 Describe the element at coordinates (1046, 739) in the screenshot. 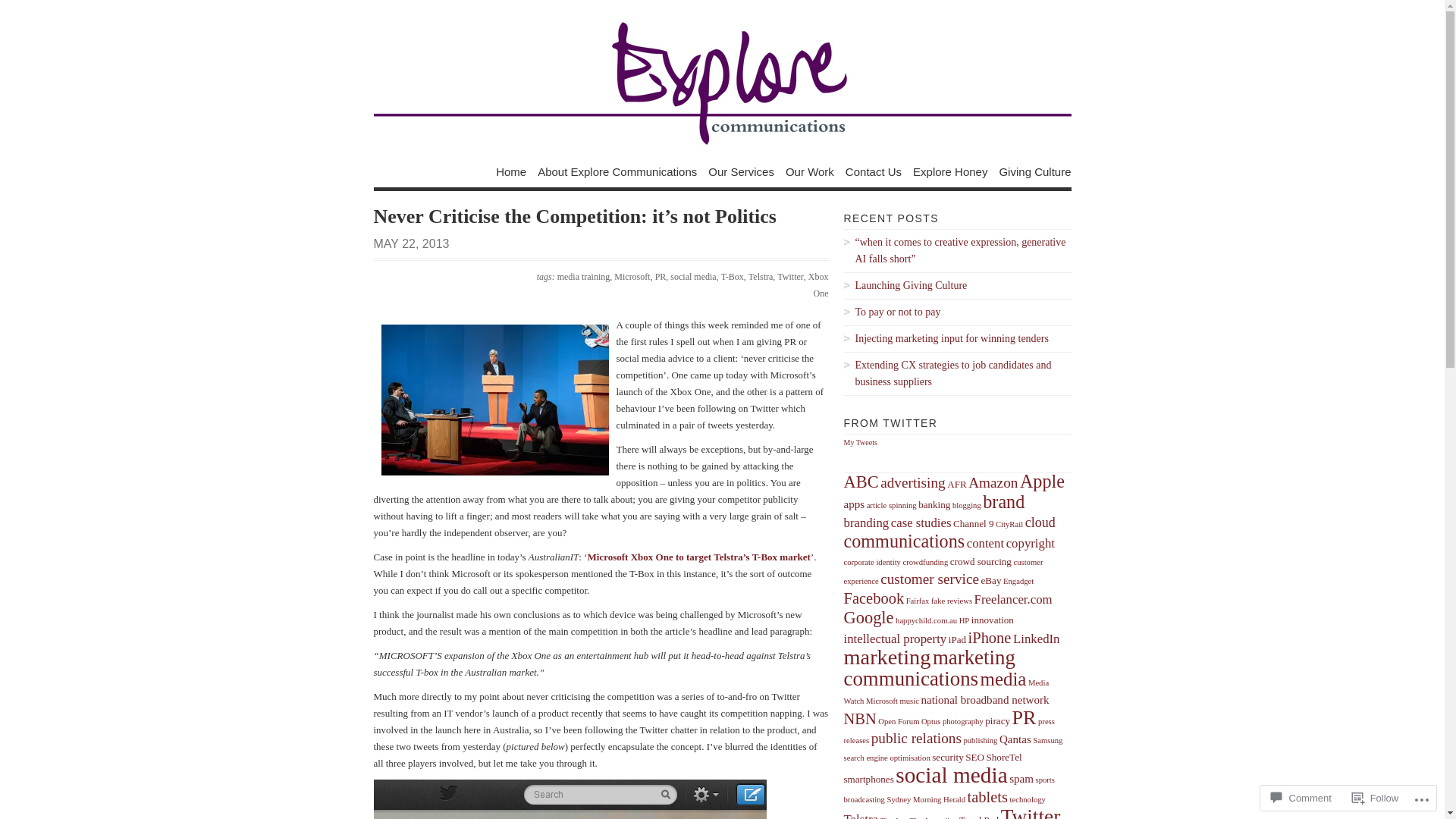

I see `'Samsung'` at that location.